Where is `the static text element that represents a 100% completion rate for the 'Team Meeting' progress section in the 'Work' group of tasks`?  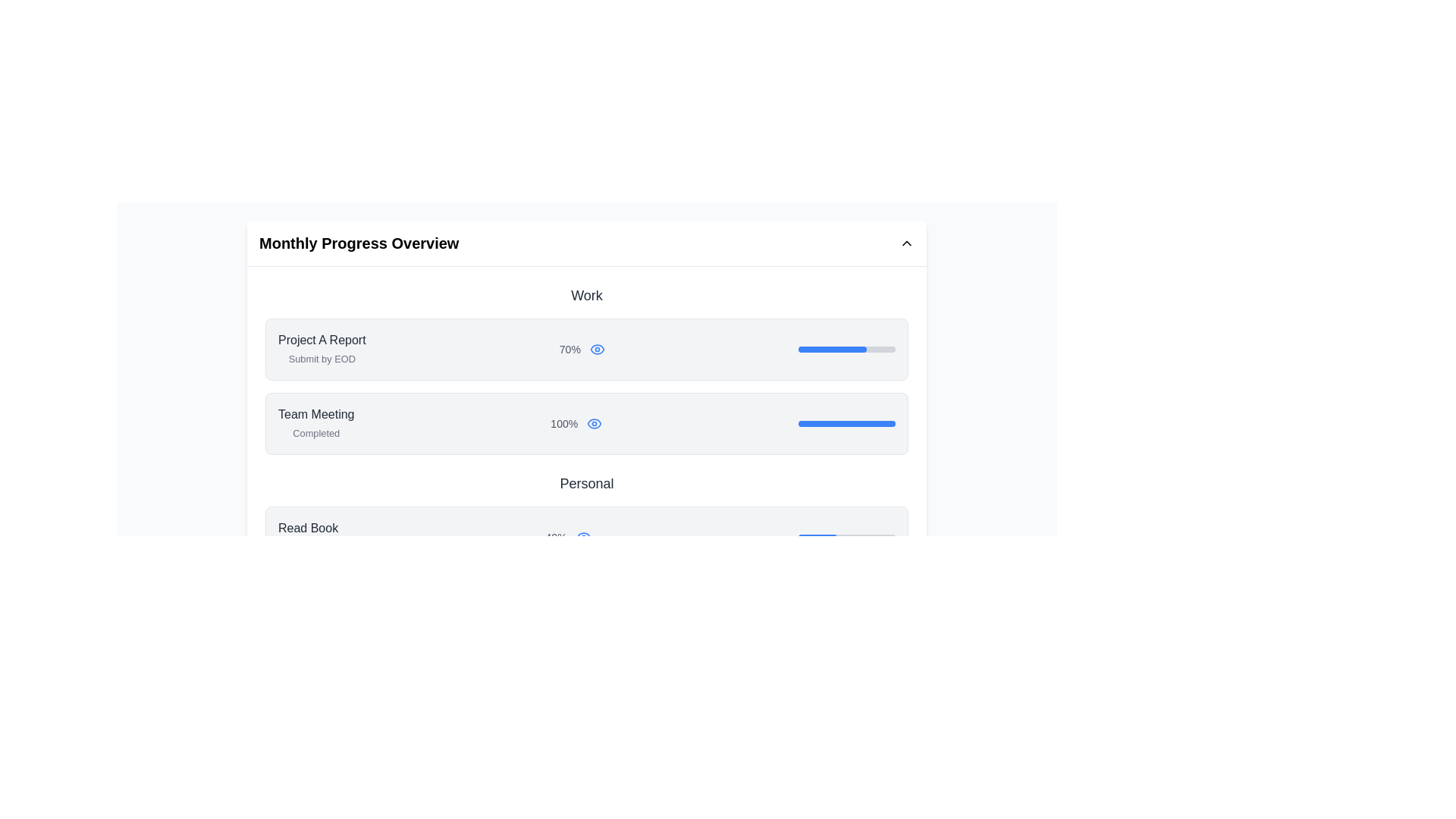
the static text element that represents a 100% completion rate for the 'Team Meeting' progress section in the 'Work' group of tasks is located at coordinates (563, 424).